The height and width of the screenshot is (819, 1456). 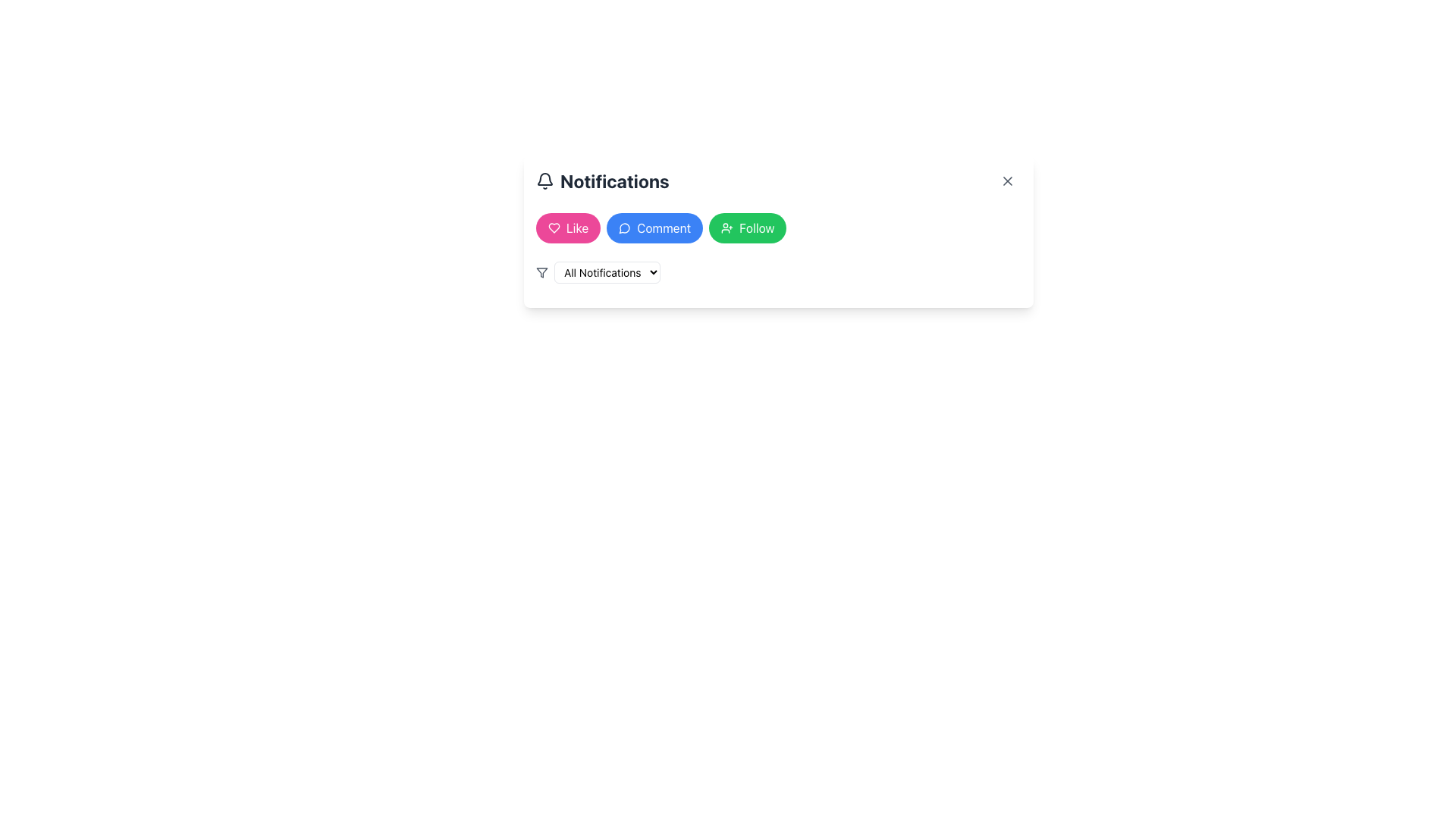 I want to click on the bell icon located on the left side of the 'Notifications' text, so click(x=545, y=180).